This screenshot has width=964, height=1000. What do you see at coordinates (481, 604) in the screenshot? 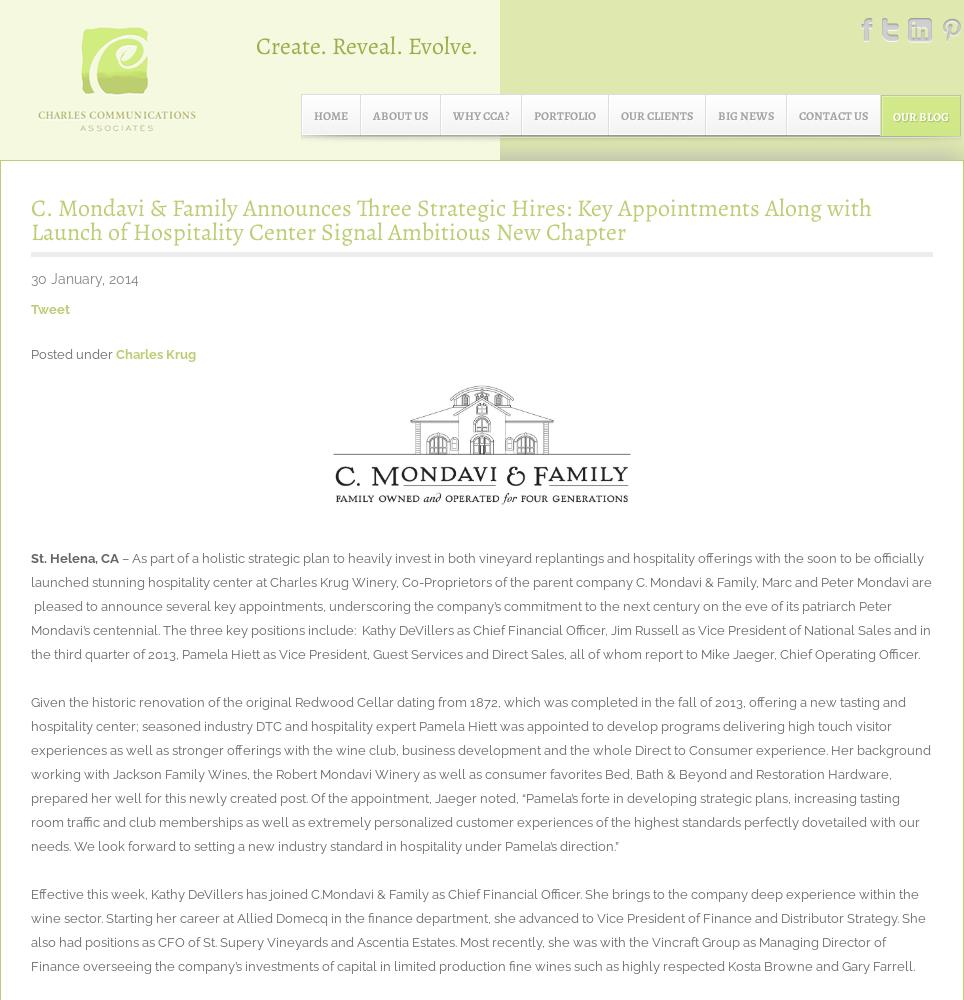
I see `'– As part of a holistic strategic plan to heavily invest in both vineyard replantings and hospitality offerings with the soon to be officially launched stunning hospitality center at Charles Krug Winery, Co-Proprietors of the parent company C. Mondavi & Family, Marc and Peter Mondavi are  pleased to announce several key appointments, underscoring the company’s commitment to the next century on the eve of its patriarch Peter Mondavi’s centennial. The three key positions include:  Kathy DeVillers as Chief Financial Officer, Jim Russell as Vice President of National Sales and in the third quarter of 2013, Pamela Hiett as Vice President, Guest Services and Direct Sales, all of whom report to Mike Jaeger, Chief Operating Officer.'` at bounding box center [481, 604].